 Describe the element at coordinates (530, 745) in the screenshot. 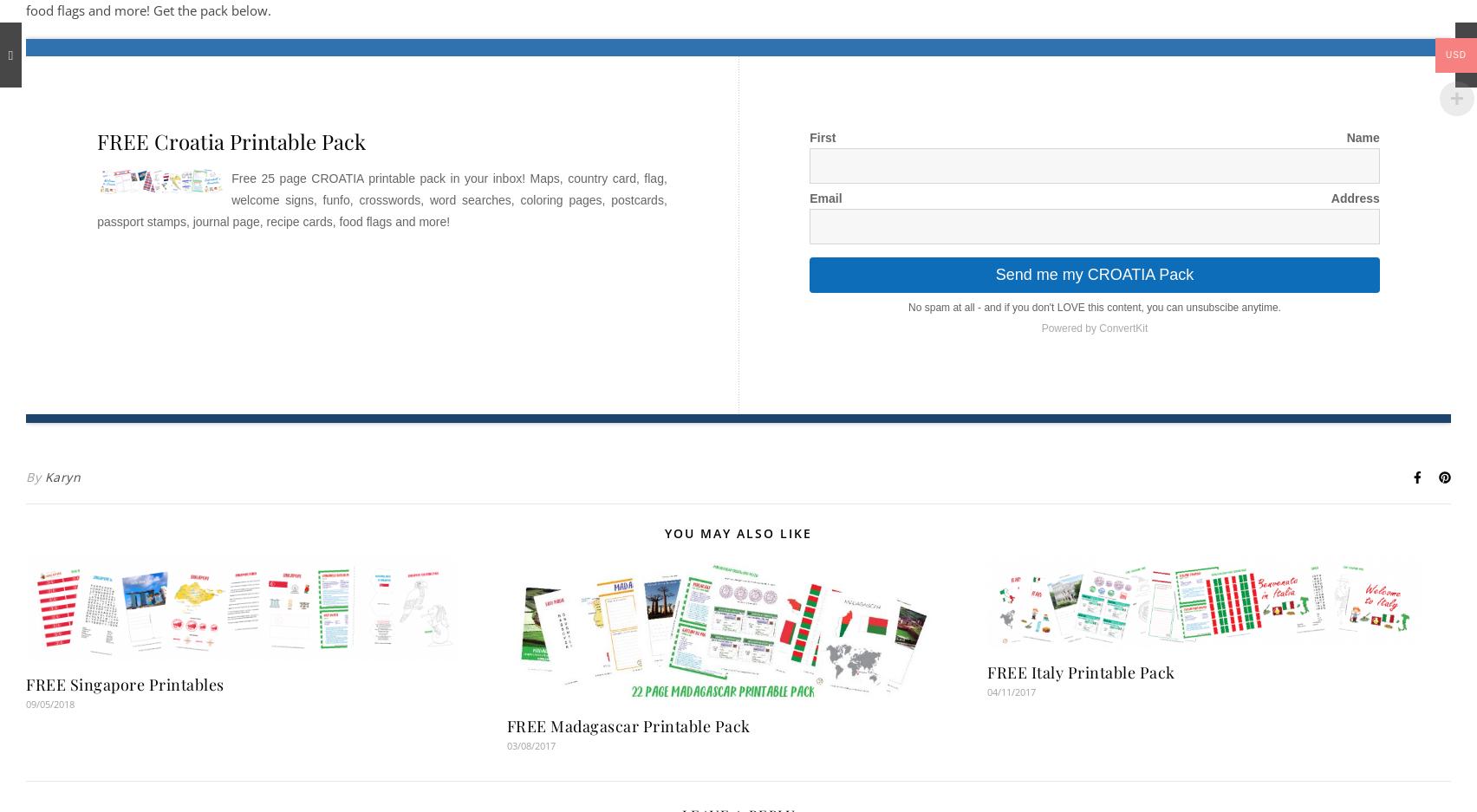

I see `'03/08/2017'` at that location.